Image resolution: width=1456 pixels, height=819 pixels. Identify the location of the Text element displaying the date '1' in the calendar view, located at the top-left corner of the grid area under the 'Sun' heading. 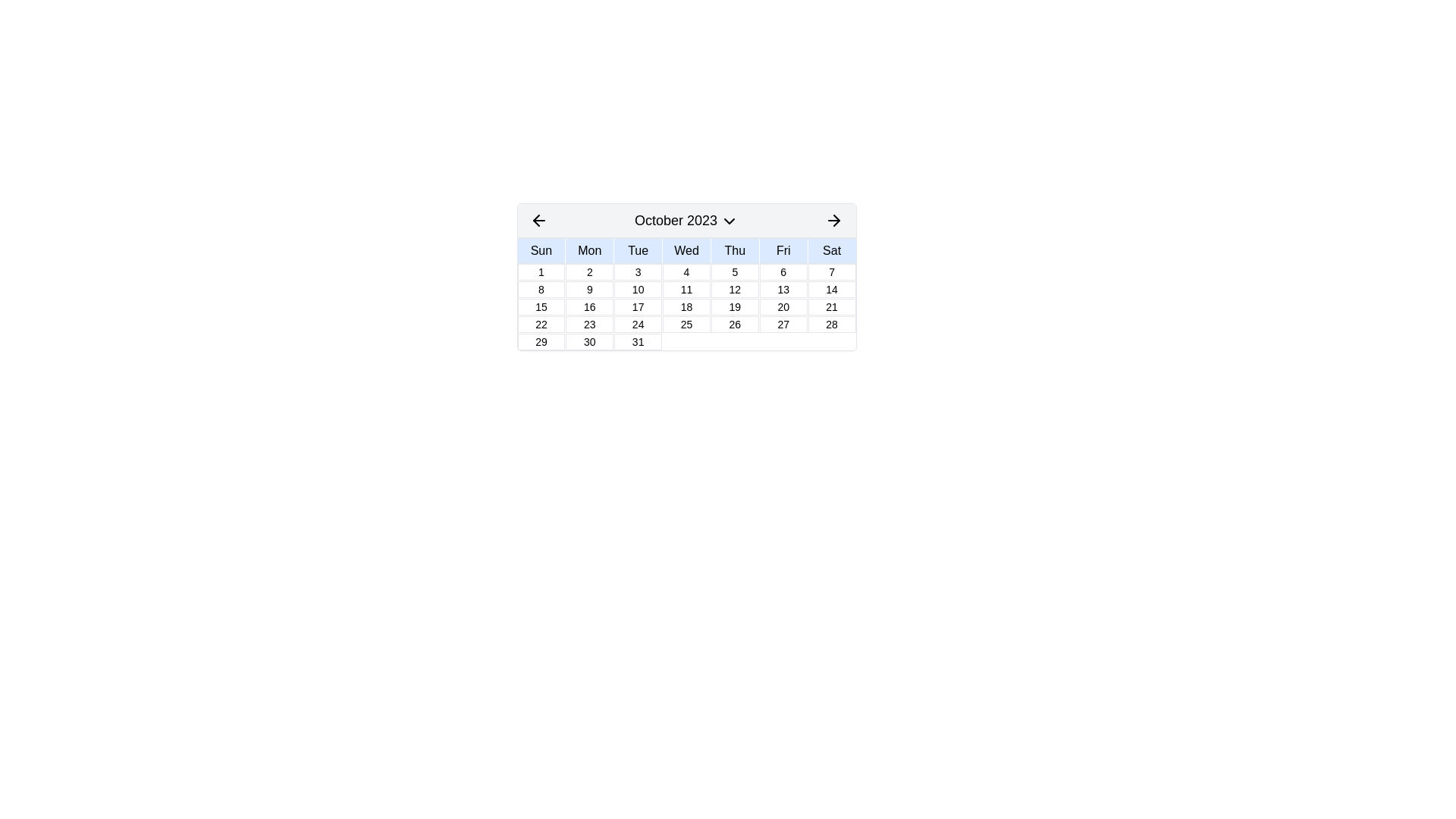
(541, 271).